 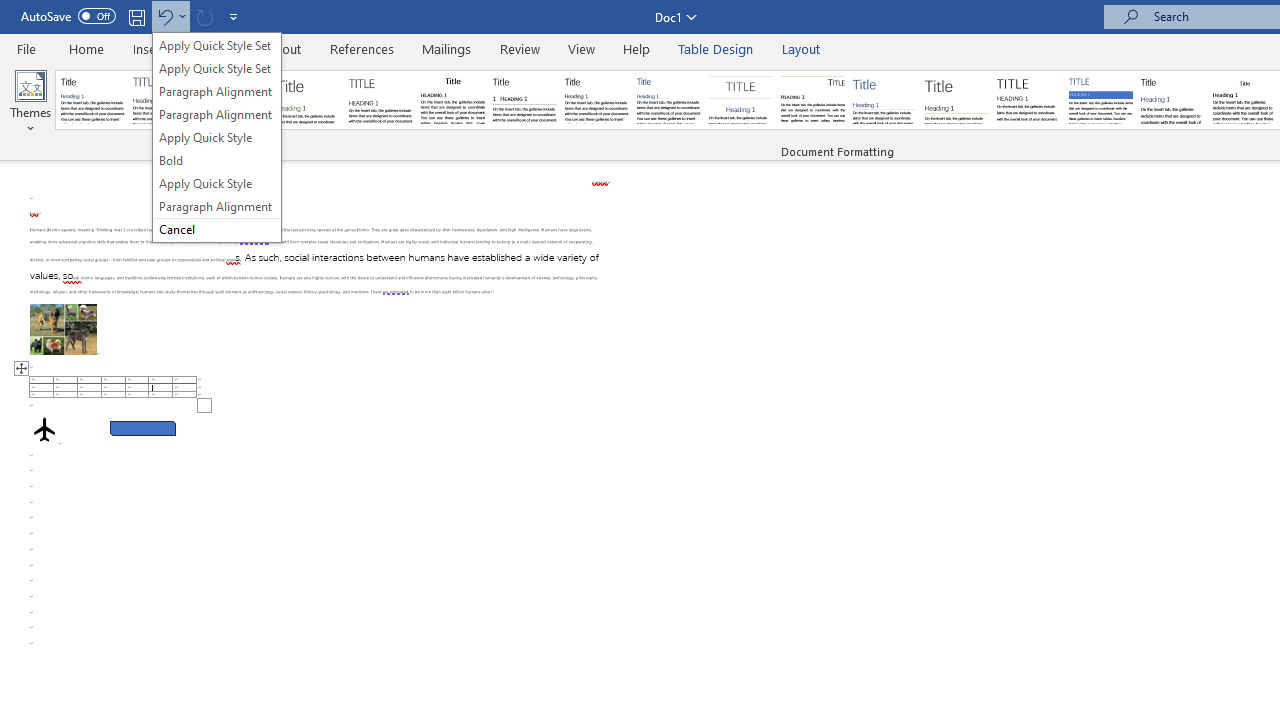 What do you see at coordinates (164, 16) in the screenshot?
I see `'Undo Apply Quick Style Set'` at bounding box center [164, 16].